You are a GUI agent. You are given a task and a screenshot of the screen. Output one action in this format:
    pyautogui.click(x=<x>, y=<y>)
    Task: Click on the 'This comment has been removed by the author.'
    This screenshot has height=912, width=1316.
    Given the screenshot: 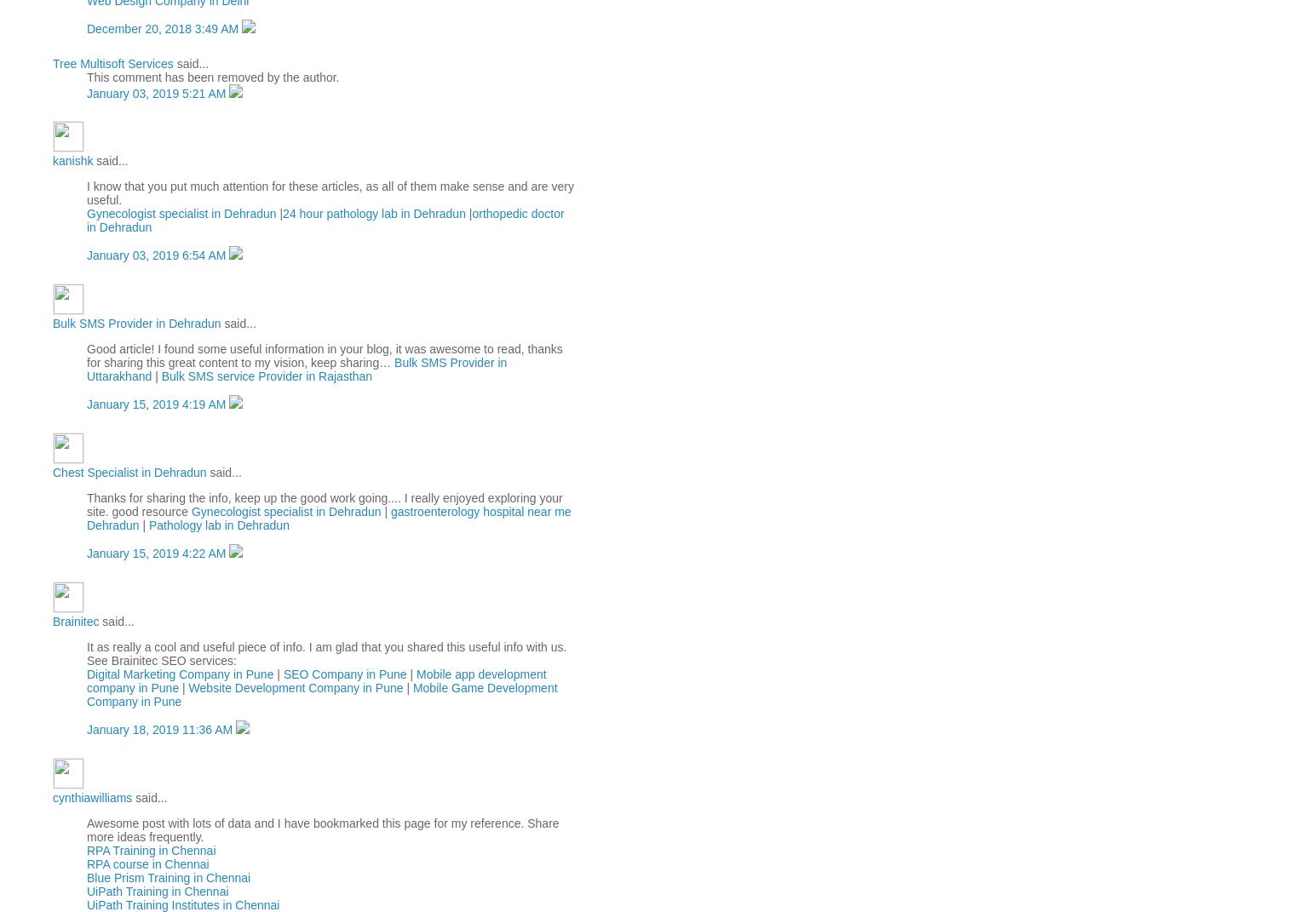 What is the action you would take?
    pyautogui.click(x=212, y=76)
    